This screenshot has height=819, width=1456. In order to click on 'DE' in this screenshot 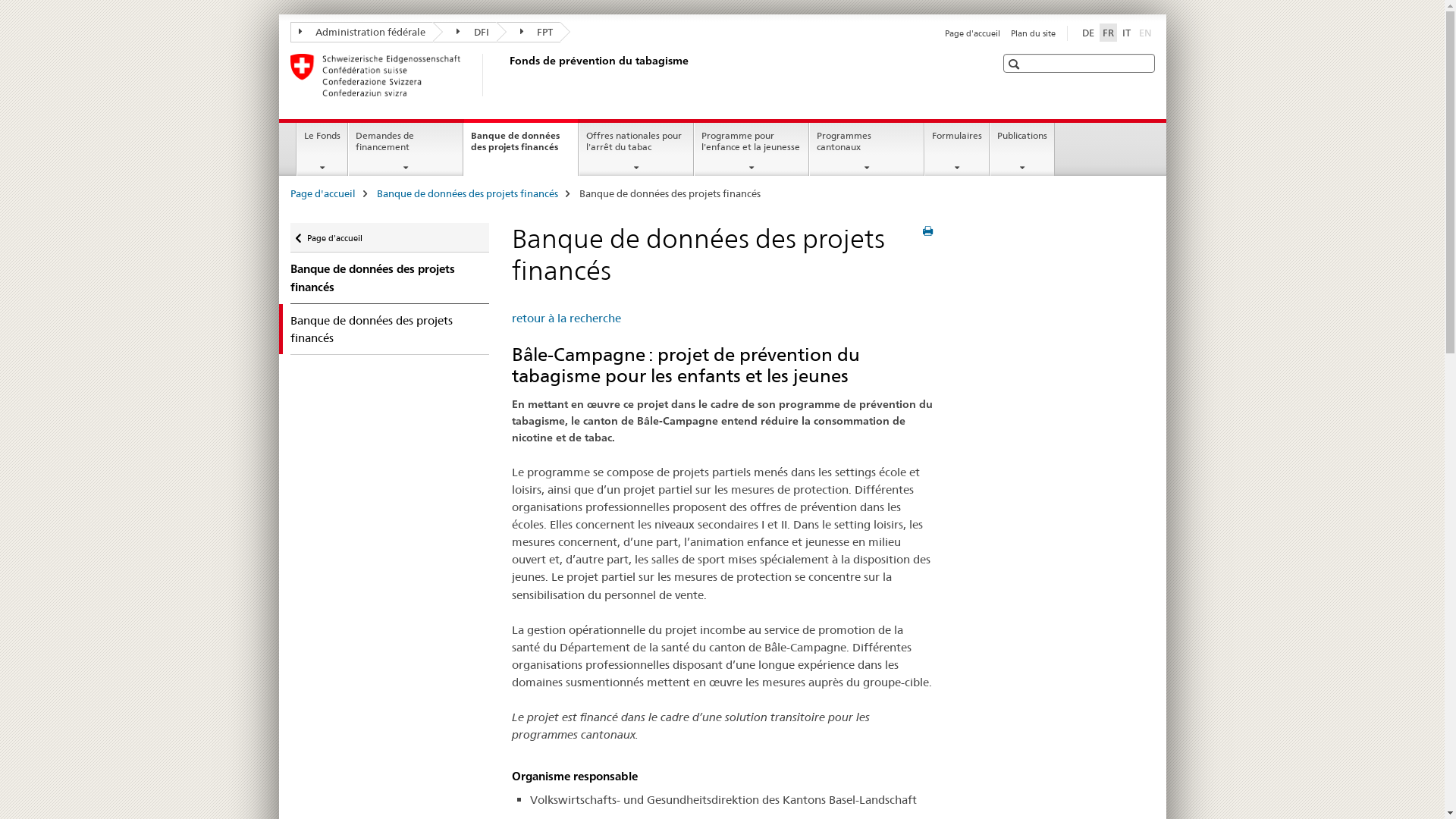, I will do `click(1087, 32)`.